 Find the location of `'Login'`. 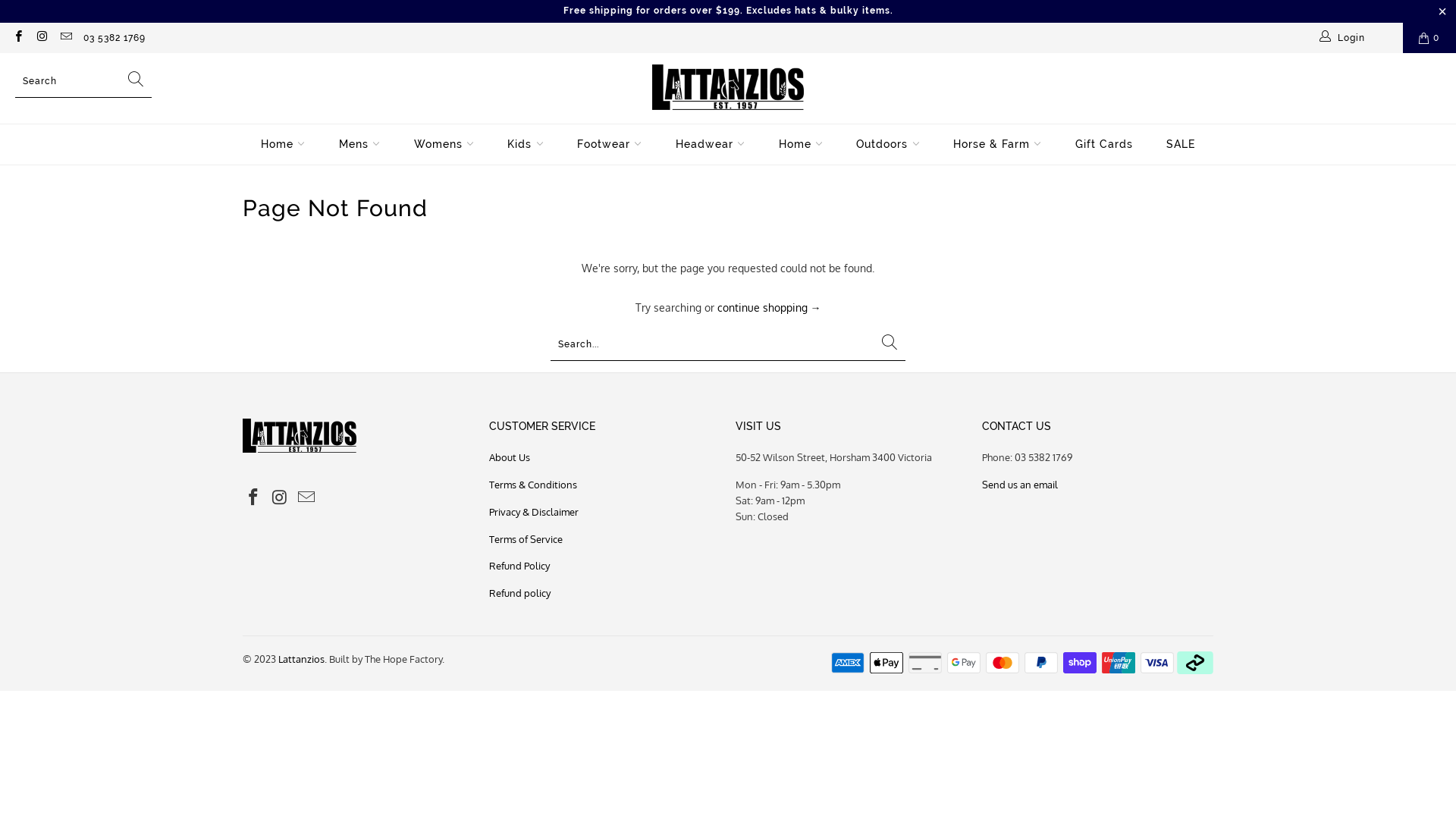

'Login' is located at coordinates (1316, 37).